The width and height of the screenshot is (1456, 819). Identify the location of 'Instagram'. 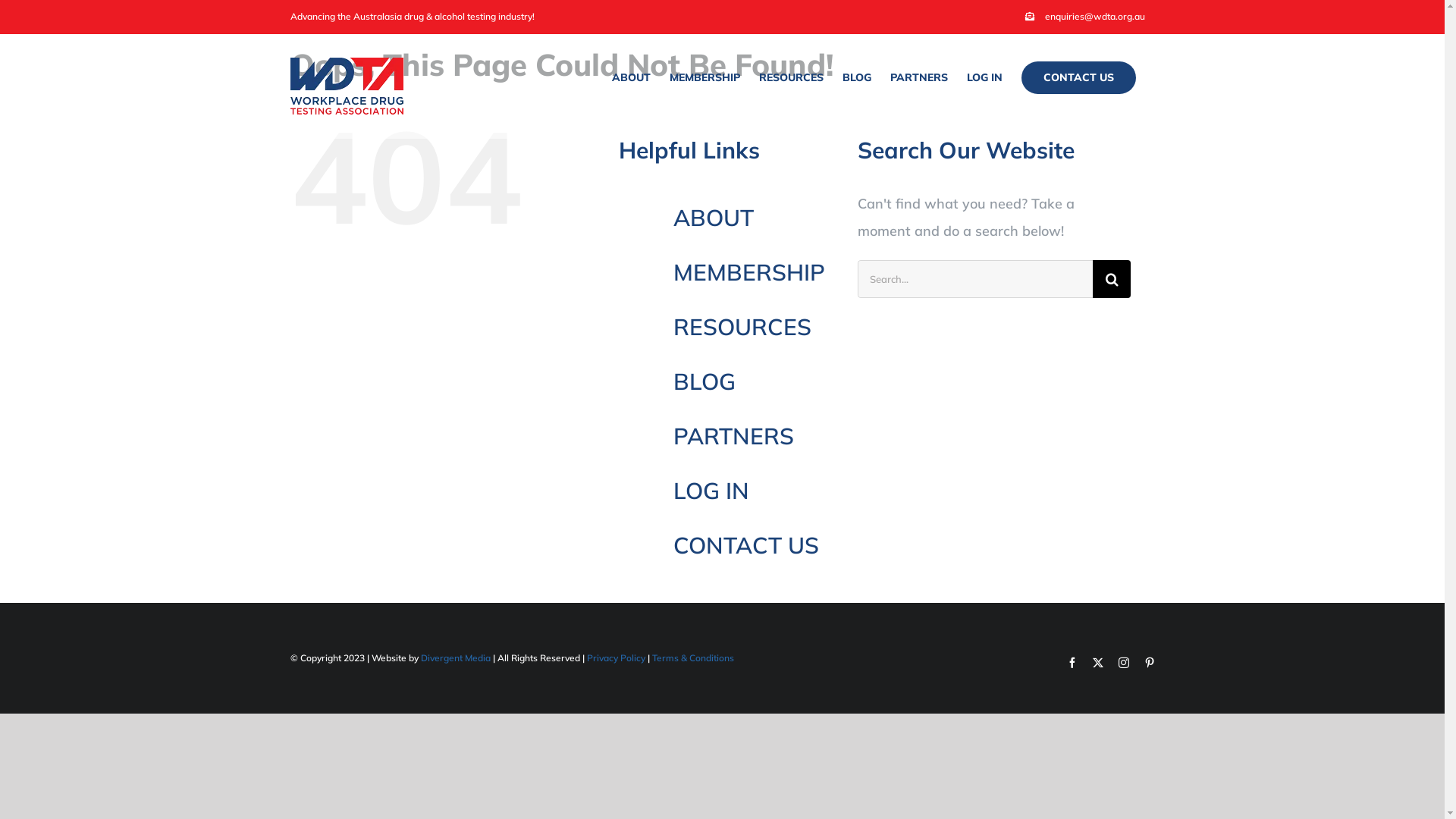
(1123, 662).